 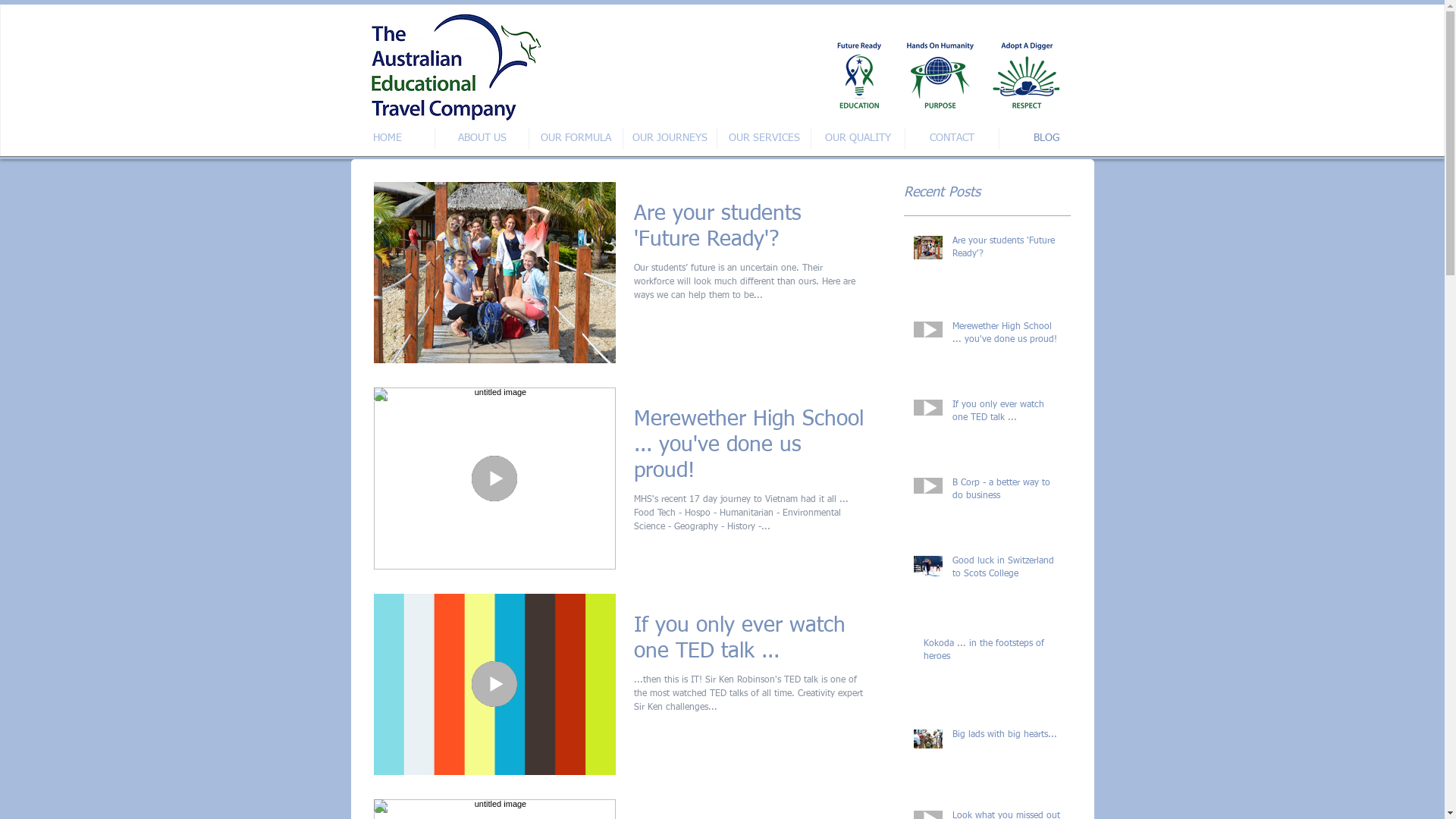 What do you see at coordinates (748, 448) in the screenshot?
I see `'Merewether High School ... you've done us proud!'` at bounding box center [748, 448].